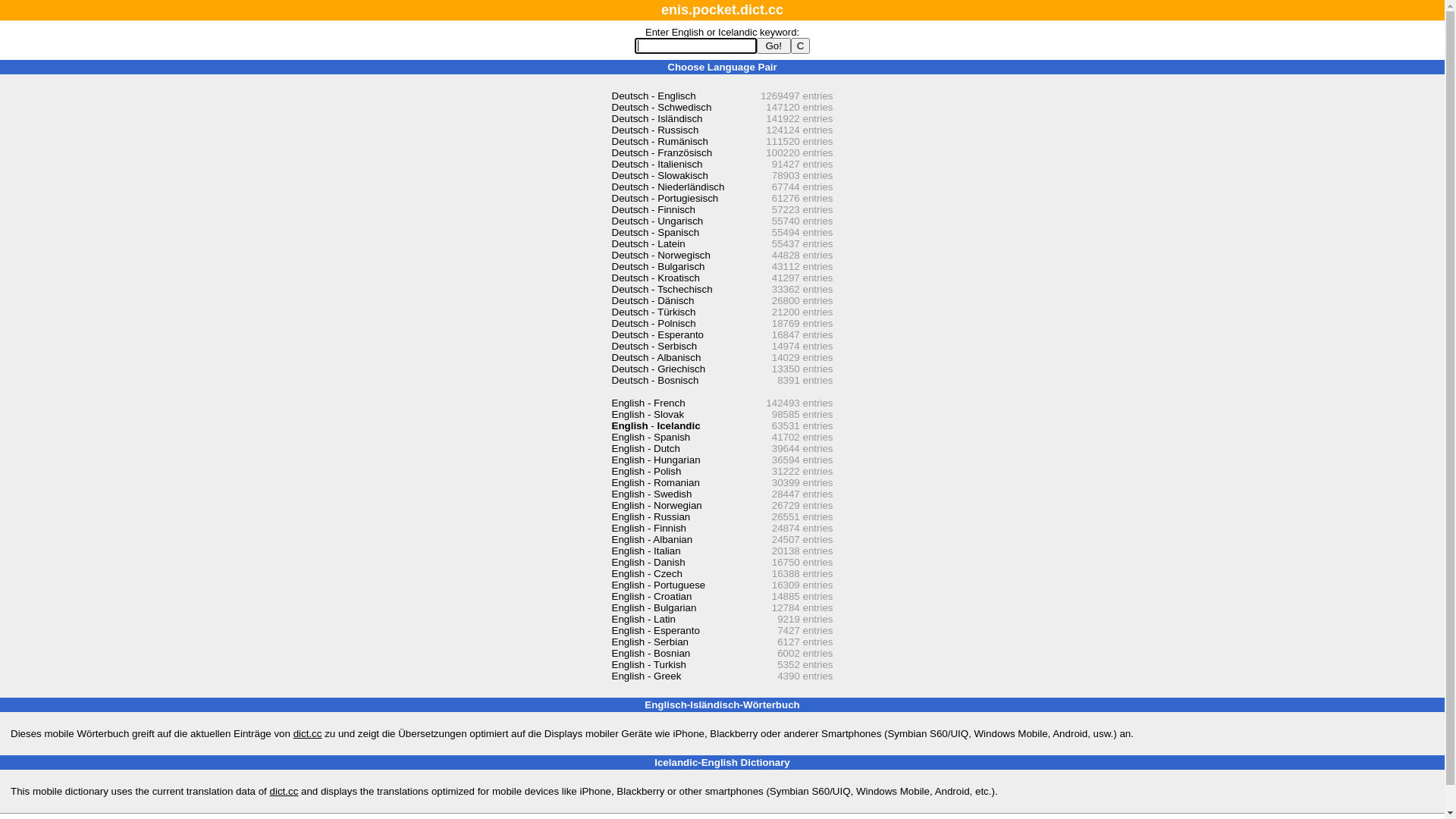 The image size is (1456, 819). I want to click on 'C', so click(800, 45).